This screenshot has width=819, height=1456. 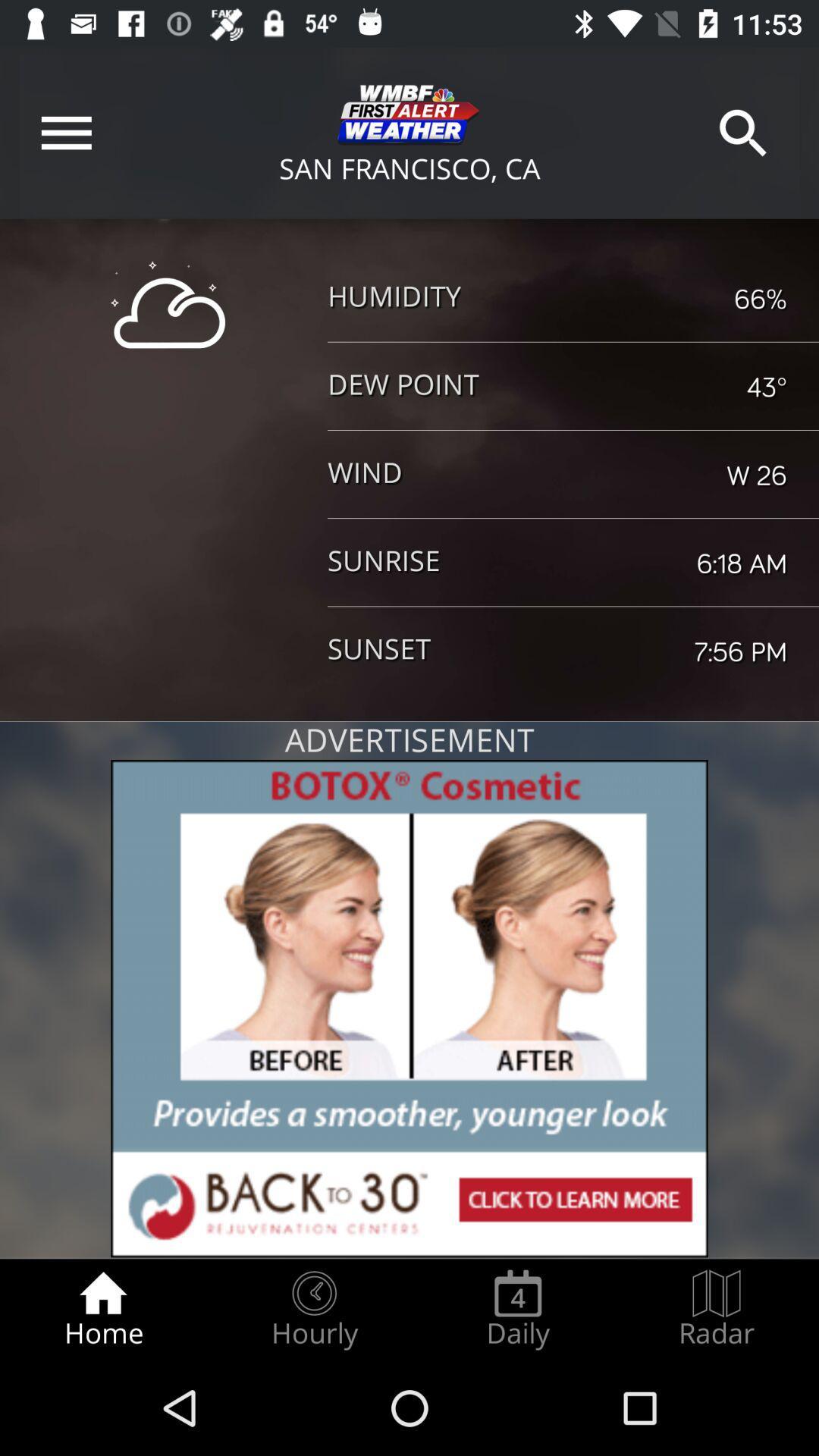 What do you see at coordinates (517, 1309) in the screenshot?
I see `the daily icon` at bounding box center [517, 1309].